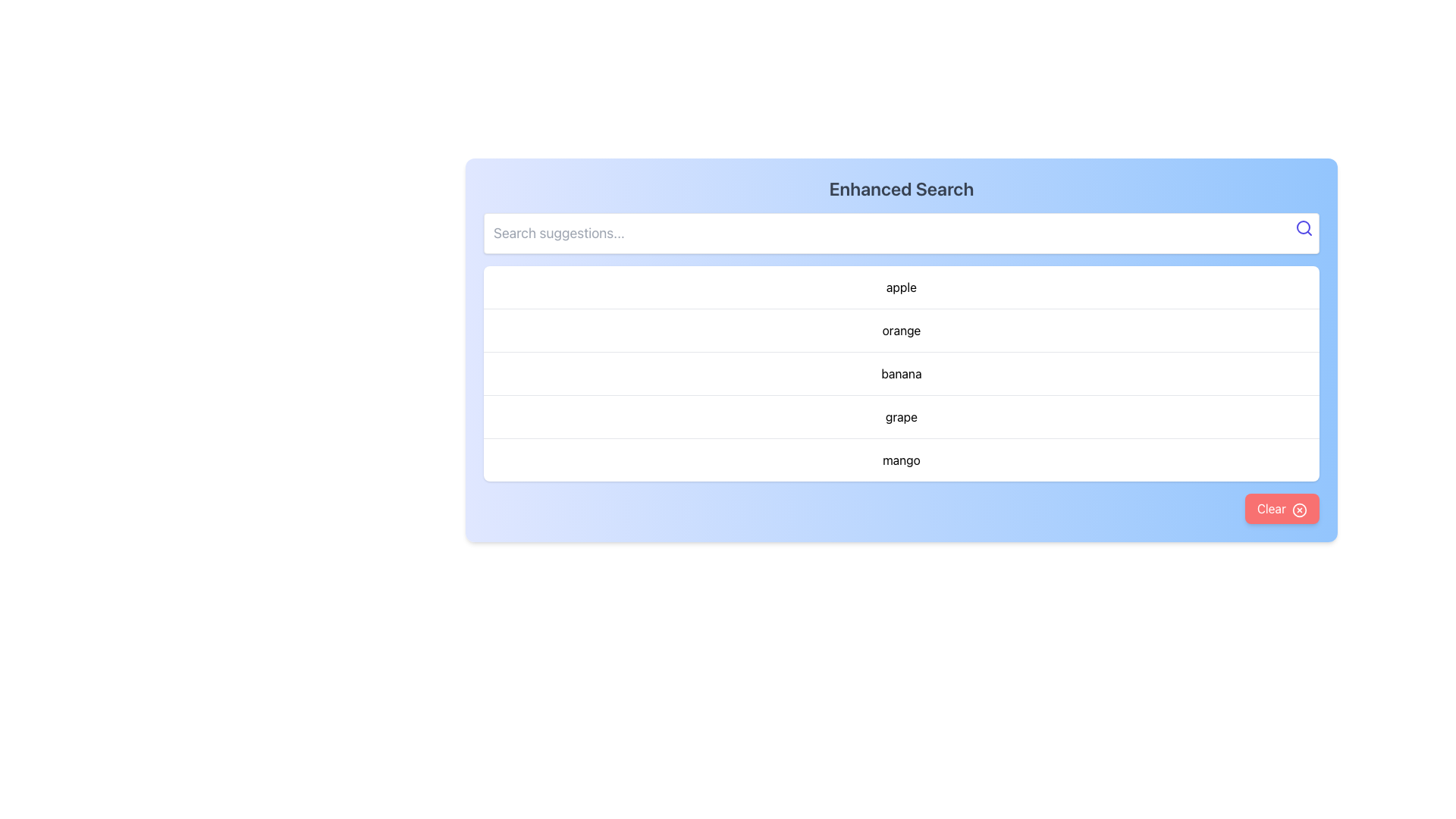 This screenshot has width=1456, height=819. What do you see at coordinates (1298, 509) in the screenshot?
I see `the interactive icon to the right of the 'Clear' text on the red button at the bottom right of the interface` at bounding box center [1298, 509].